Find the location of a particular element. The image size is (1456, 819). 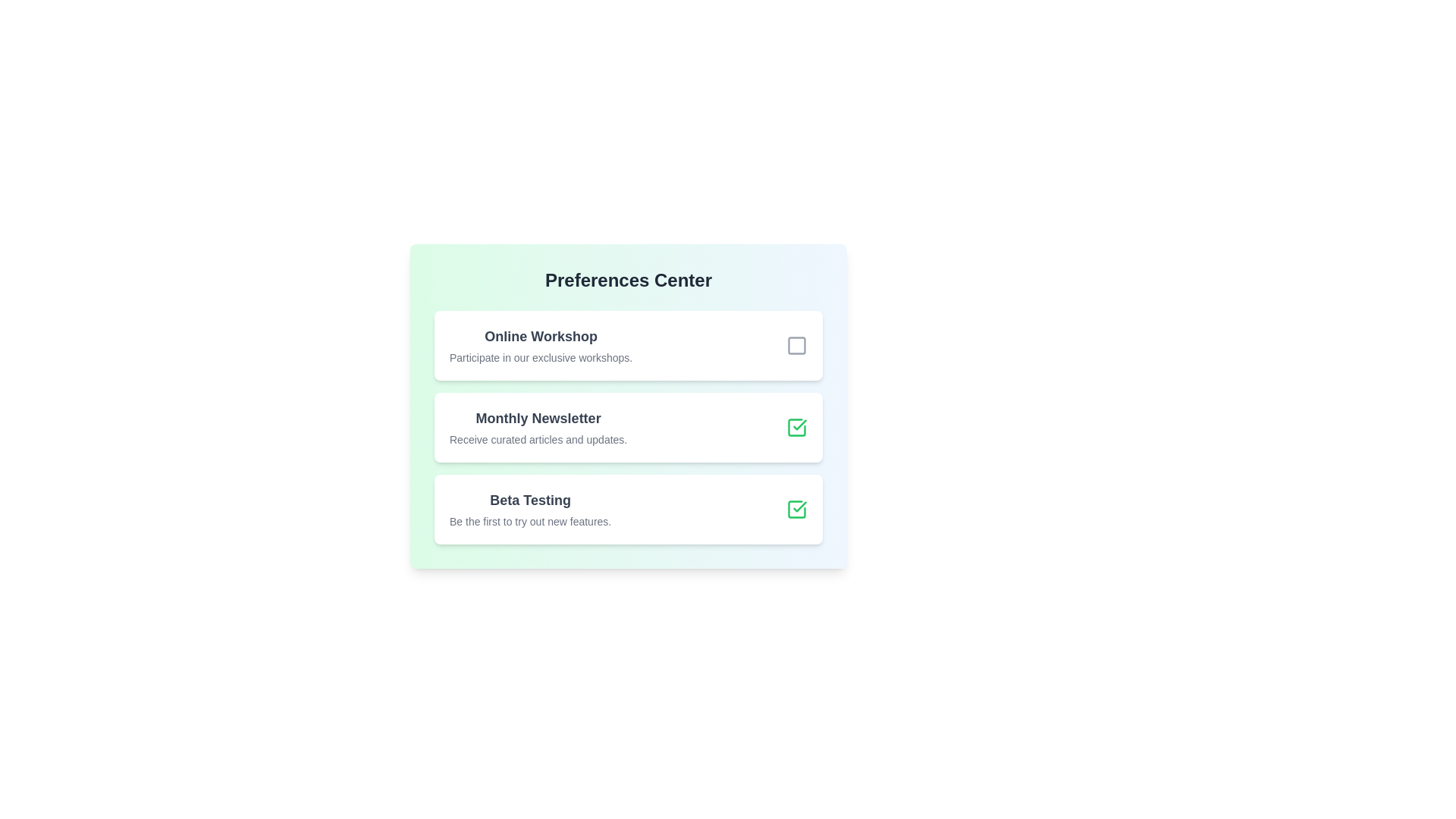

the informational text block about the 'Online Workshop' located at the top of the 'Preferences Center' is located at coordinates (541, 345).